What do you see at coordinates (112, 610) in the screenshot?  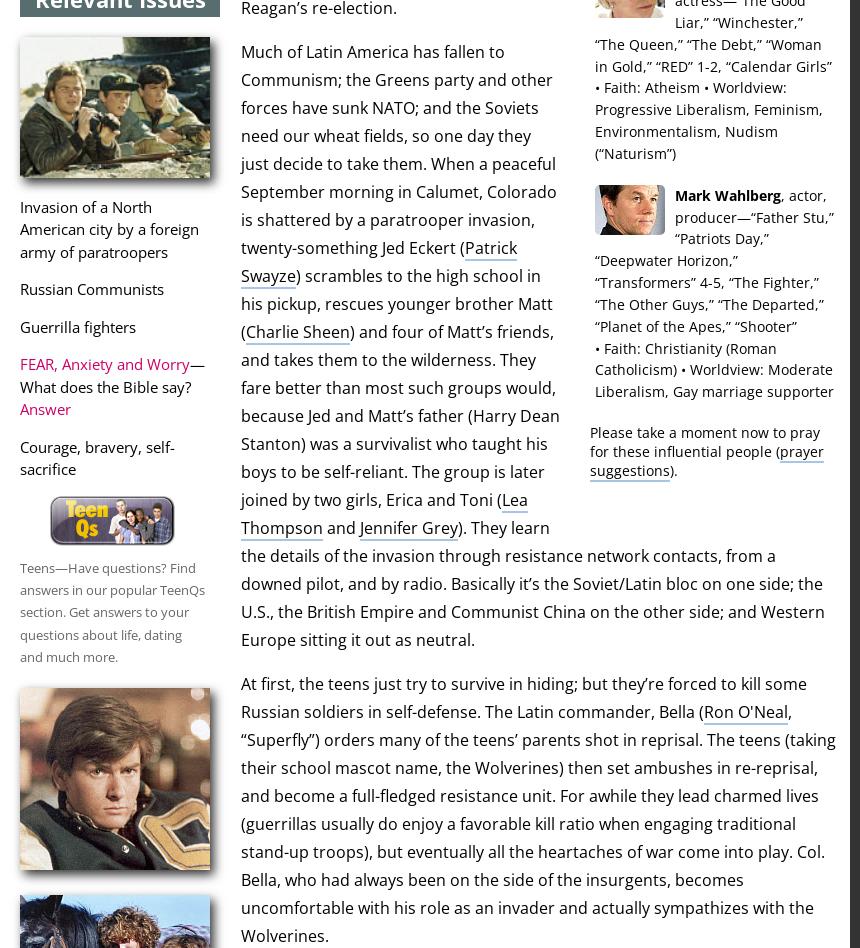 I see `'Teens—Have questions? Find answers in our popular TeenQs section. Get answers to your questions about life, dating and much more.'` at bounding box center [112, 610].